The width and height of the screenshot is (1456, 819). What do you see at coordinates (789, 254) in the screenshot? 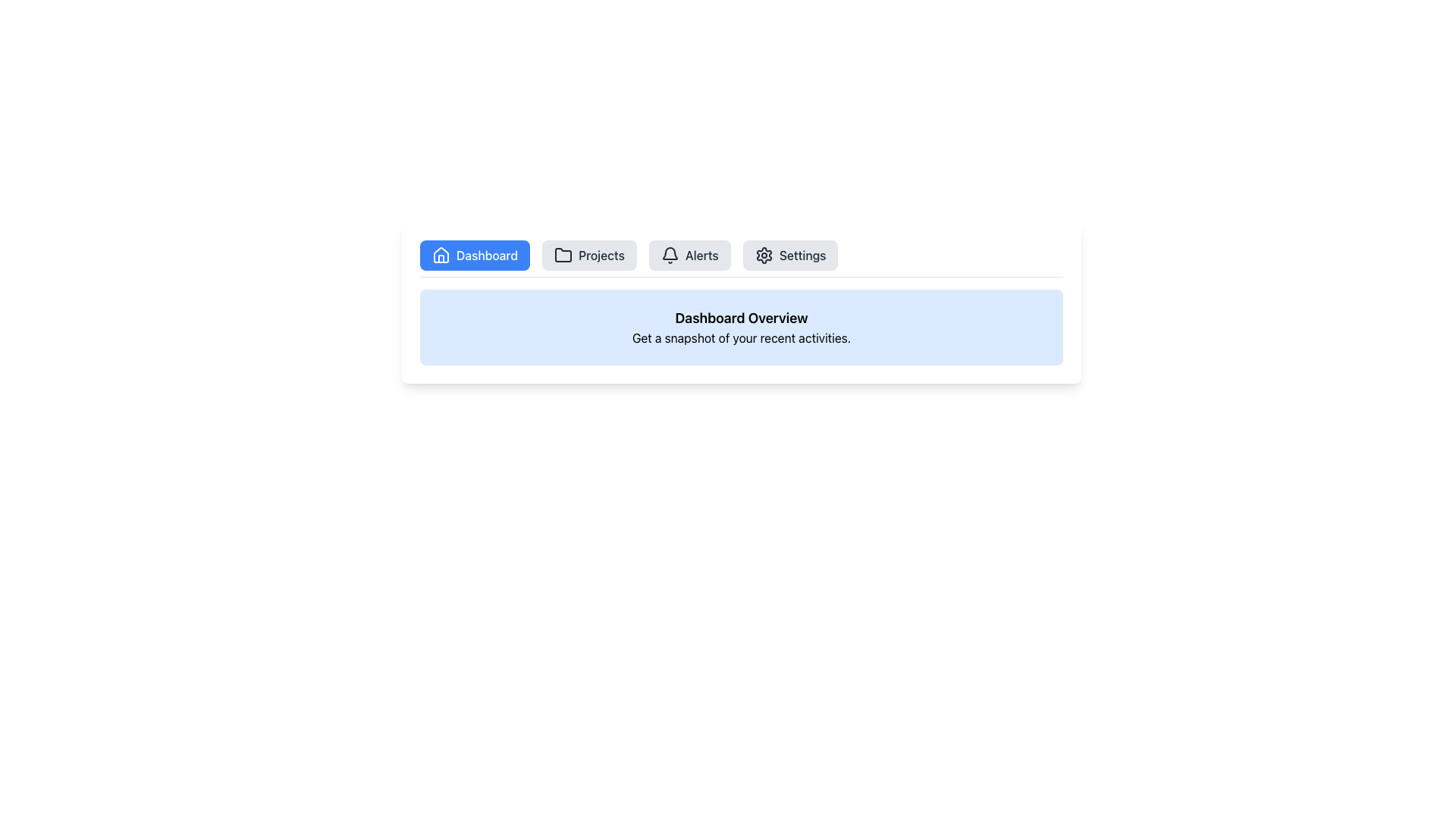
I see `the 'Settings' button, which features a cogwheel icon and is the fourth element in the navigation bar` at bounding box center [789, 254].